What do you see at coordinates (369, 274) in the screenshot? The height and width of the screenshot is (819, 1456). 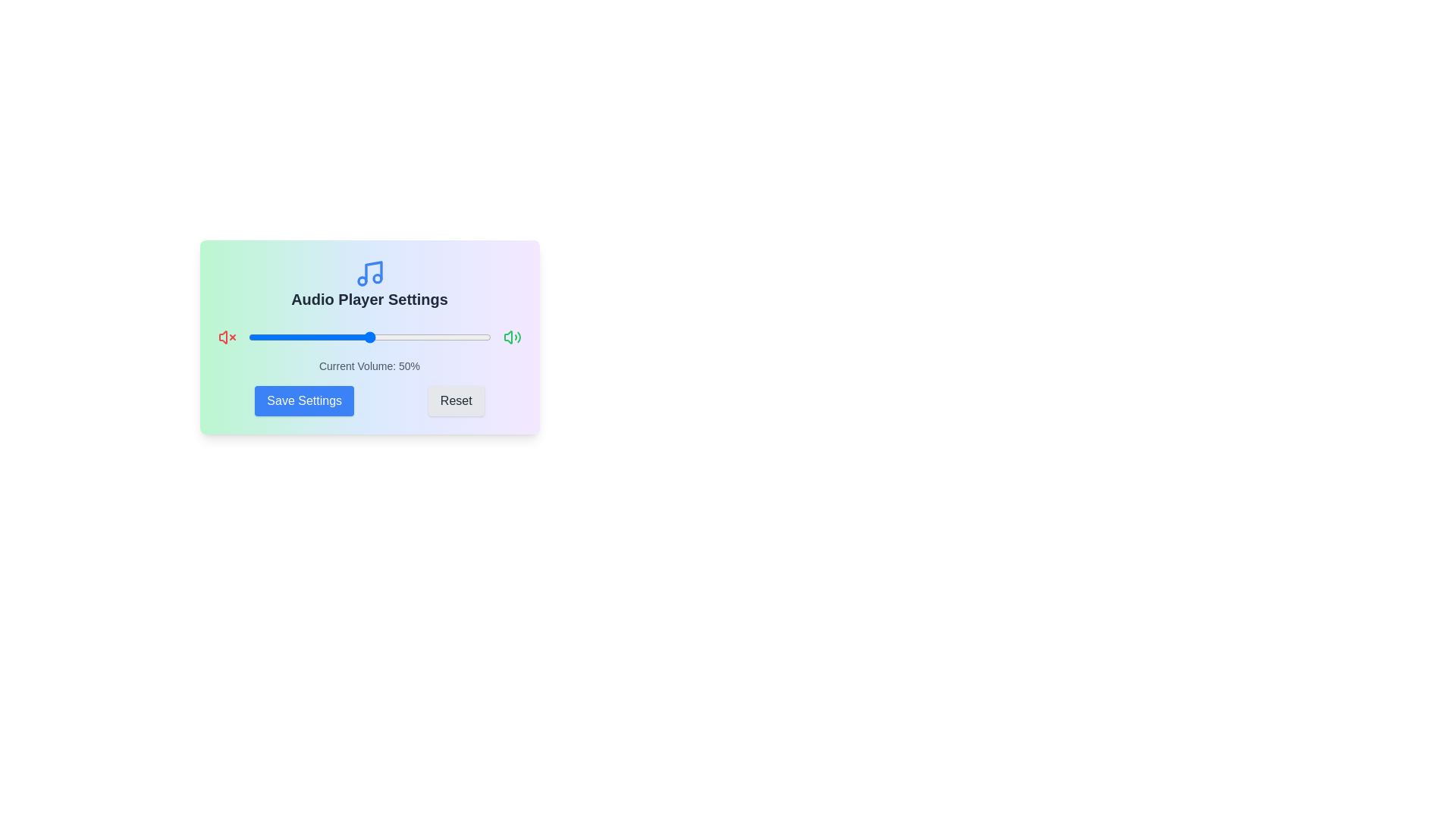 I see `the blue musical note icon located above the 'Audio Player Settings' text` at bounding box center [369, 274].